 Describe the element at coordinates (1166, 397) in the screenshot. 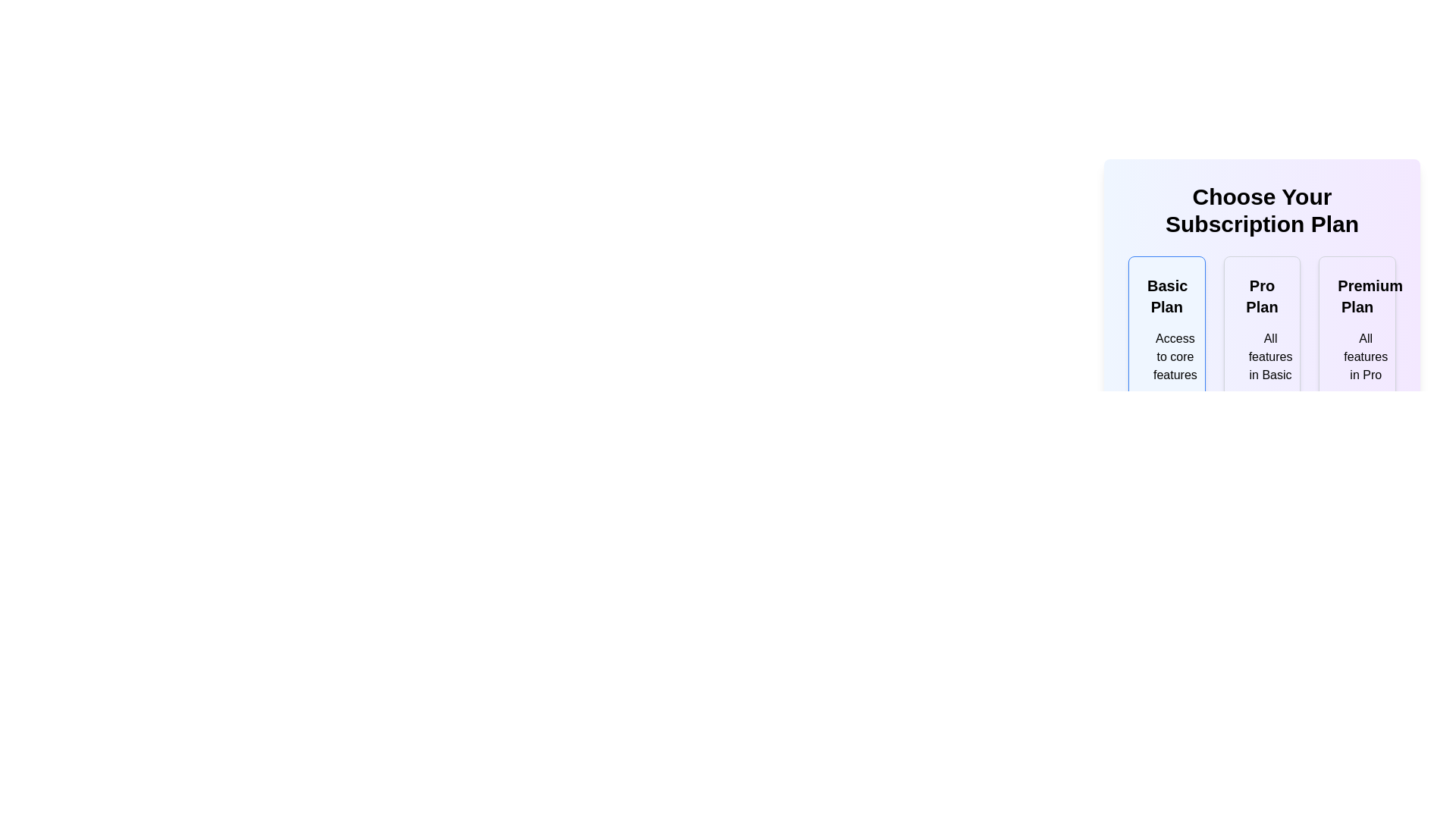

I see `the 'Basic Plan' subscription card located in the top-left position of the row layout` at that location.